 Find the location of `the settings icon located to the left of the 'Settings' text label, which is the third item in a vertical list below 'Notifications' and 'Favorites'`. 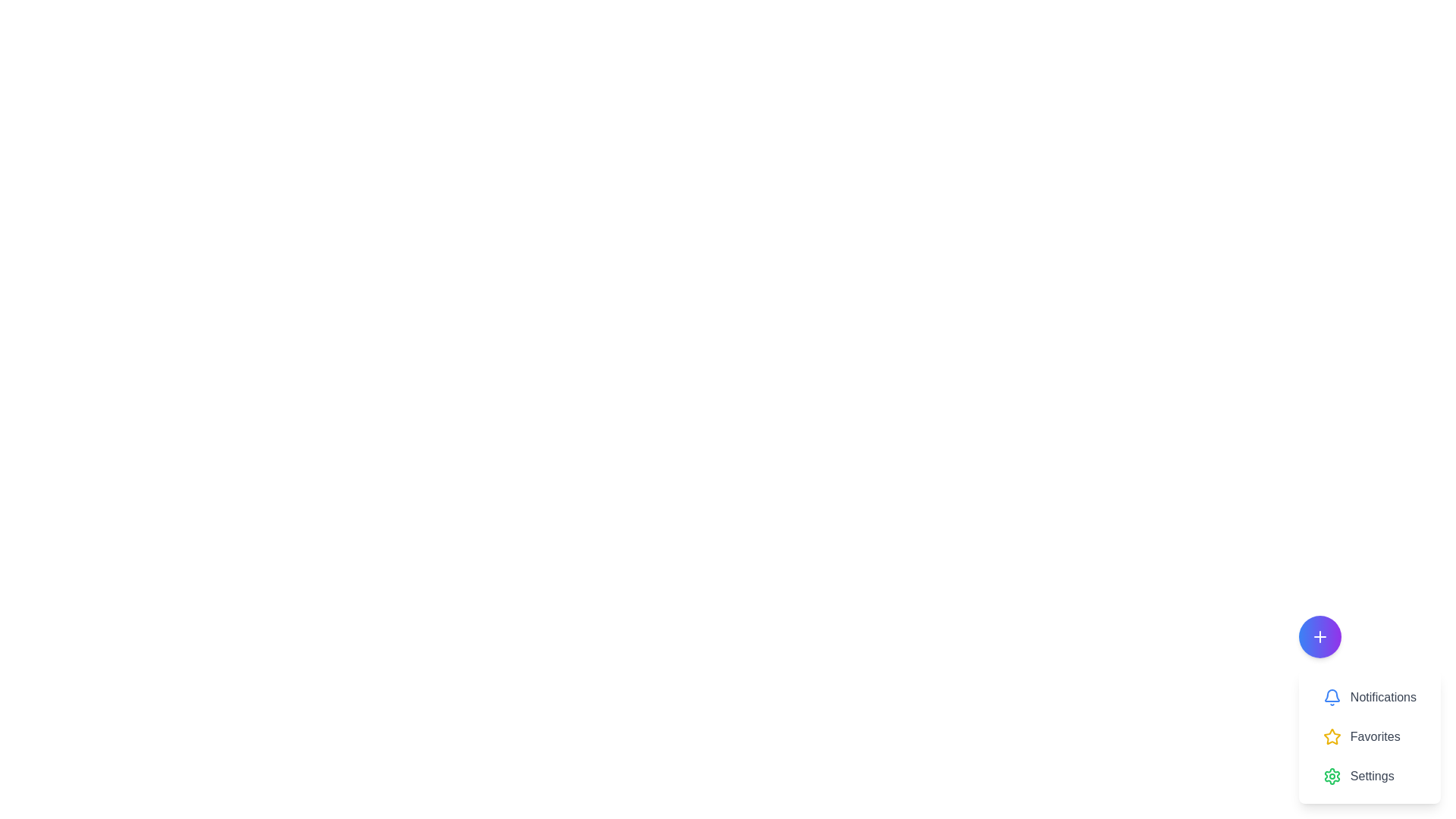

the settings icon located to the left of the 'Settings' text label, which is the third item in a vertical list below 'Notifications' and 'Favorites' is located at coordinates (1331, 776).